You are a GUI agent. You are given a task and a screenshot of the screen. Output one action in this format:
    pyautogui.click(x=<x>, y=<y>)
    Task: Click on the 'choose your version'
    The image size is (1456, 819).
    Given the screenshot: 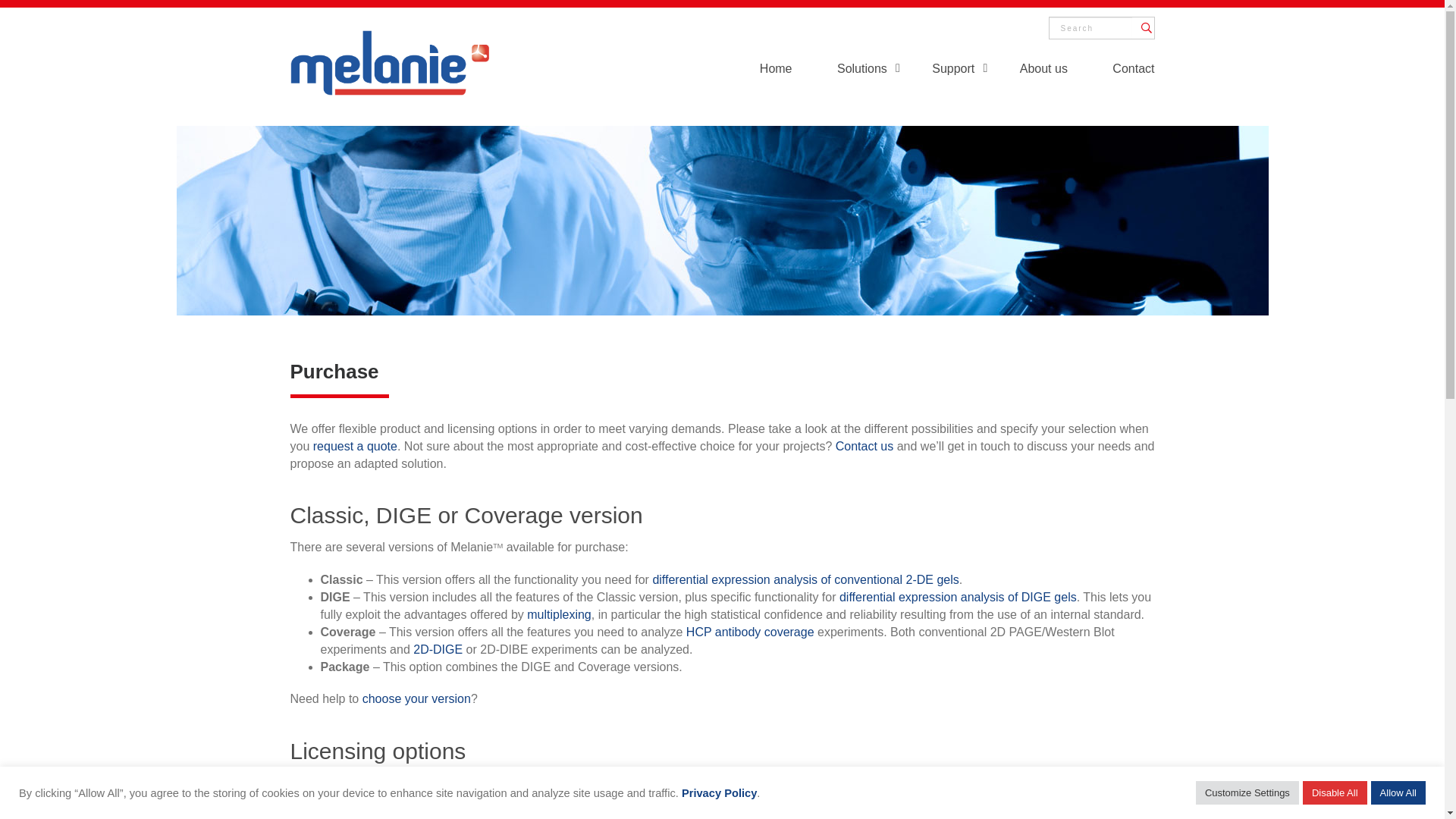 What is the action you would take?
    pyautogui.click(x=362, y=698)
    